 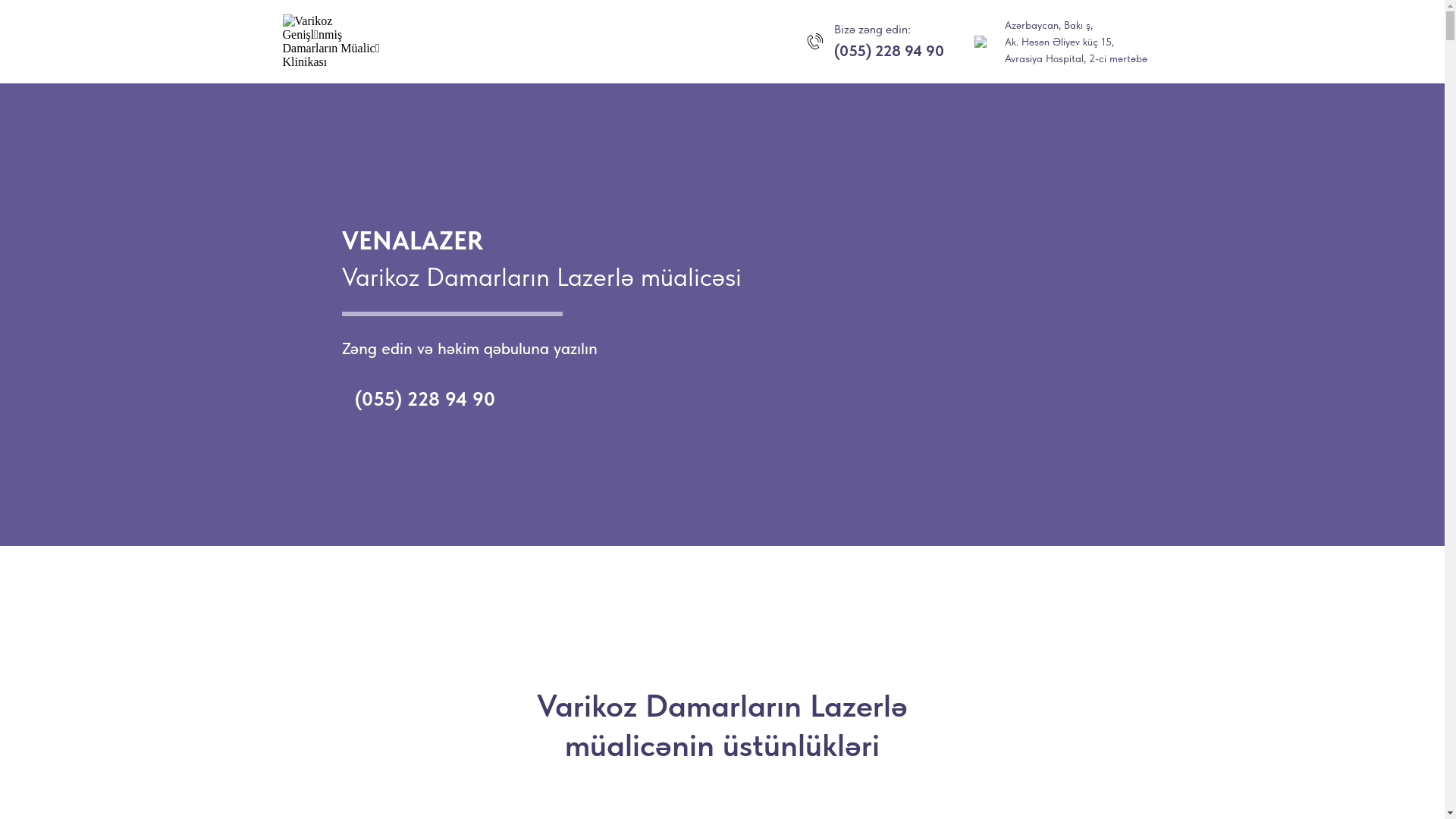 I want to click on '(055) 228 94 90', so click(x=425, y=397).